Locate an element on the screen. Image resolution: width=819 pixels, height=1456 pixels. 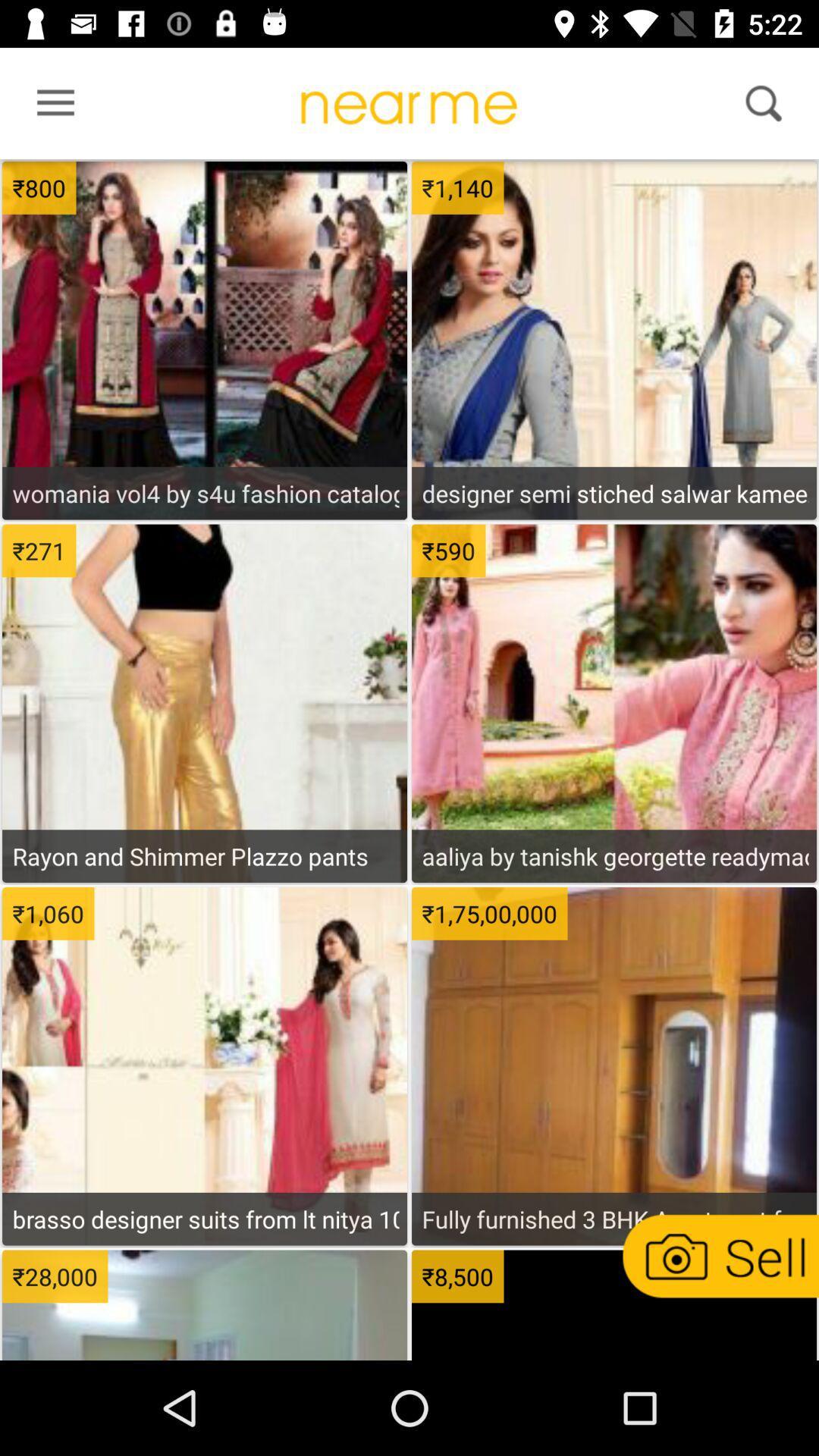
rayon and shimmer is located at coordinates (205, 856).